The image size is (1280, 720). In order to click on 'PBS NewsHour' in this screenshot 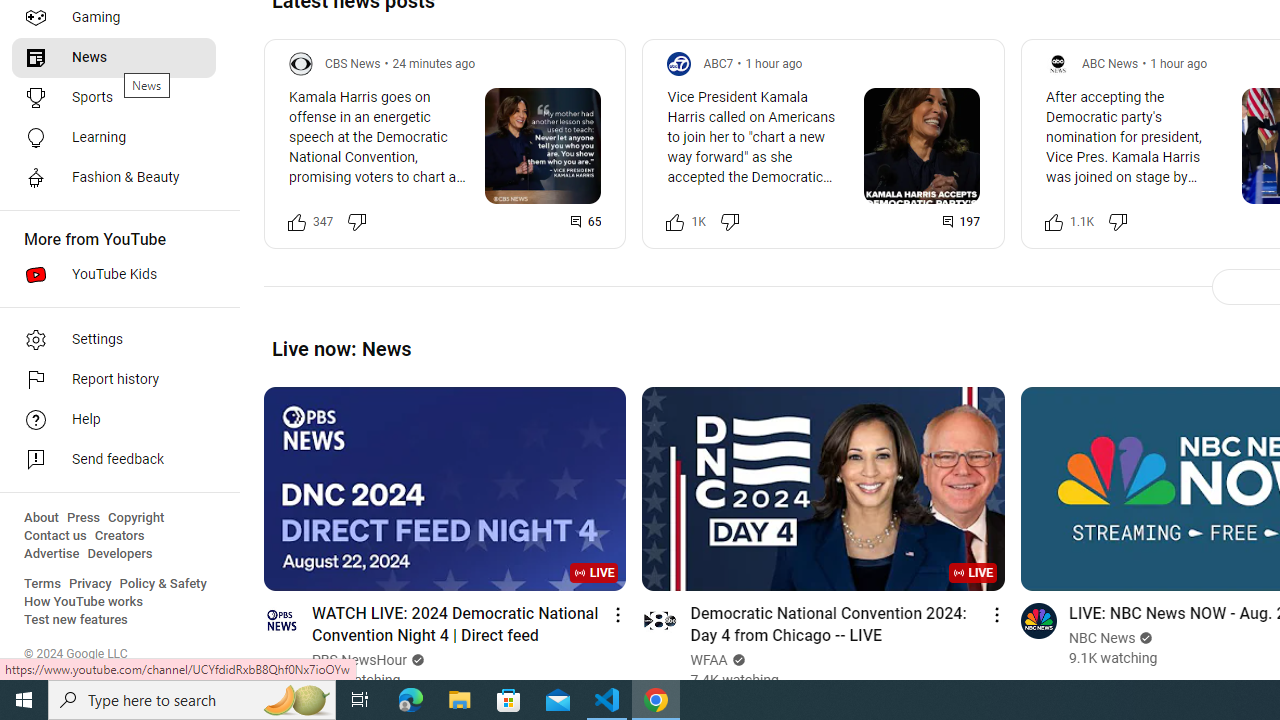, I will do `click(360, 660)`.